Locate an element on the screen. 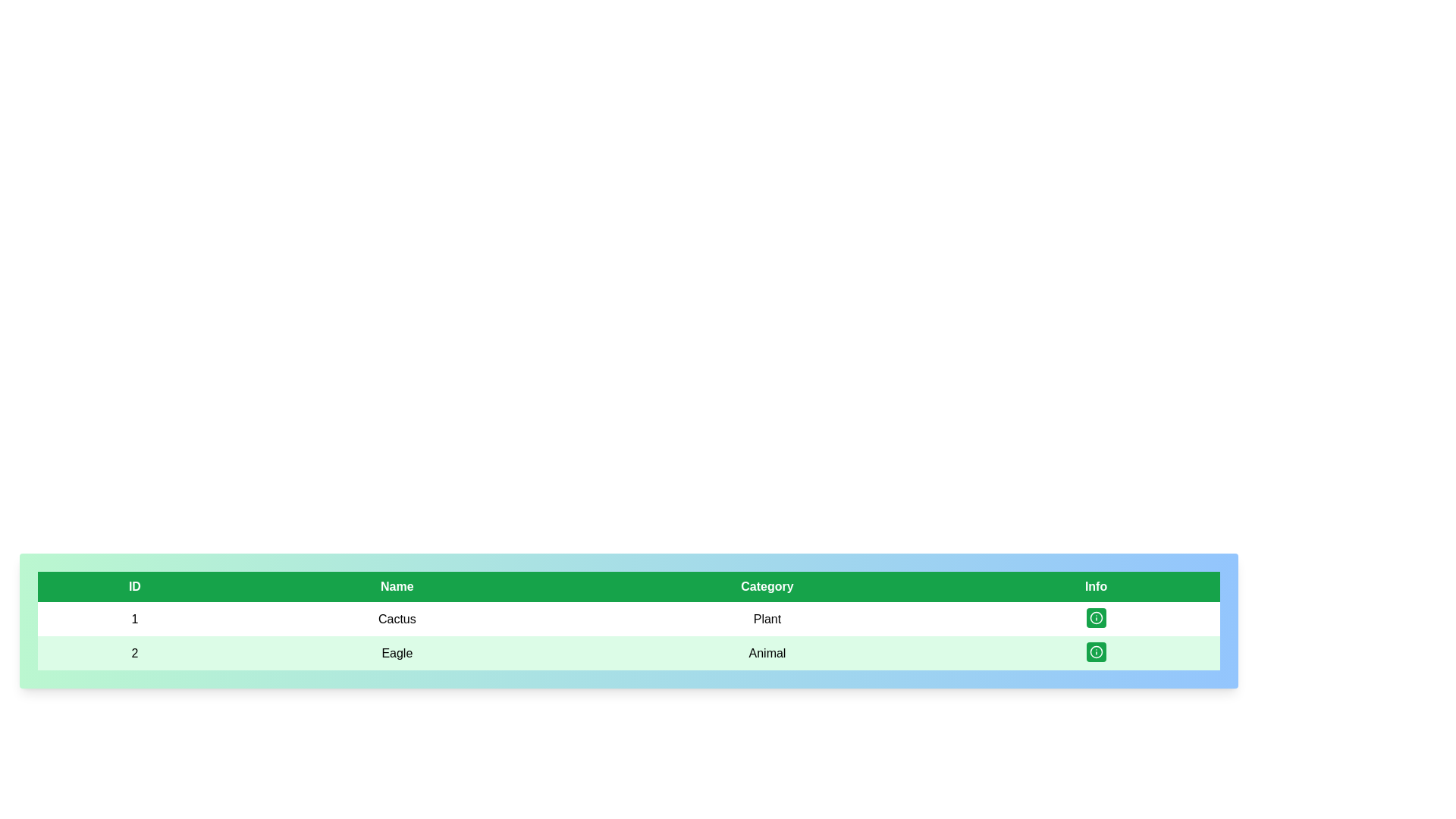 This screenshot has height=819, width=1456. the text element displaying 'Eagle' in the 'Name' field of the second row in the data table is located at coordinates (397, 652).